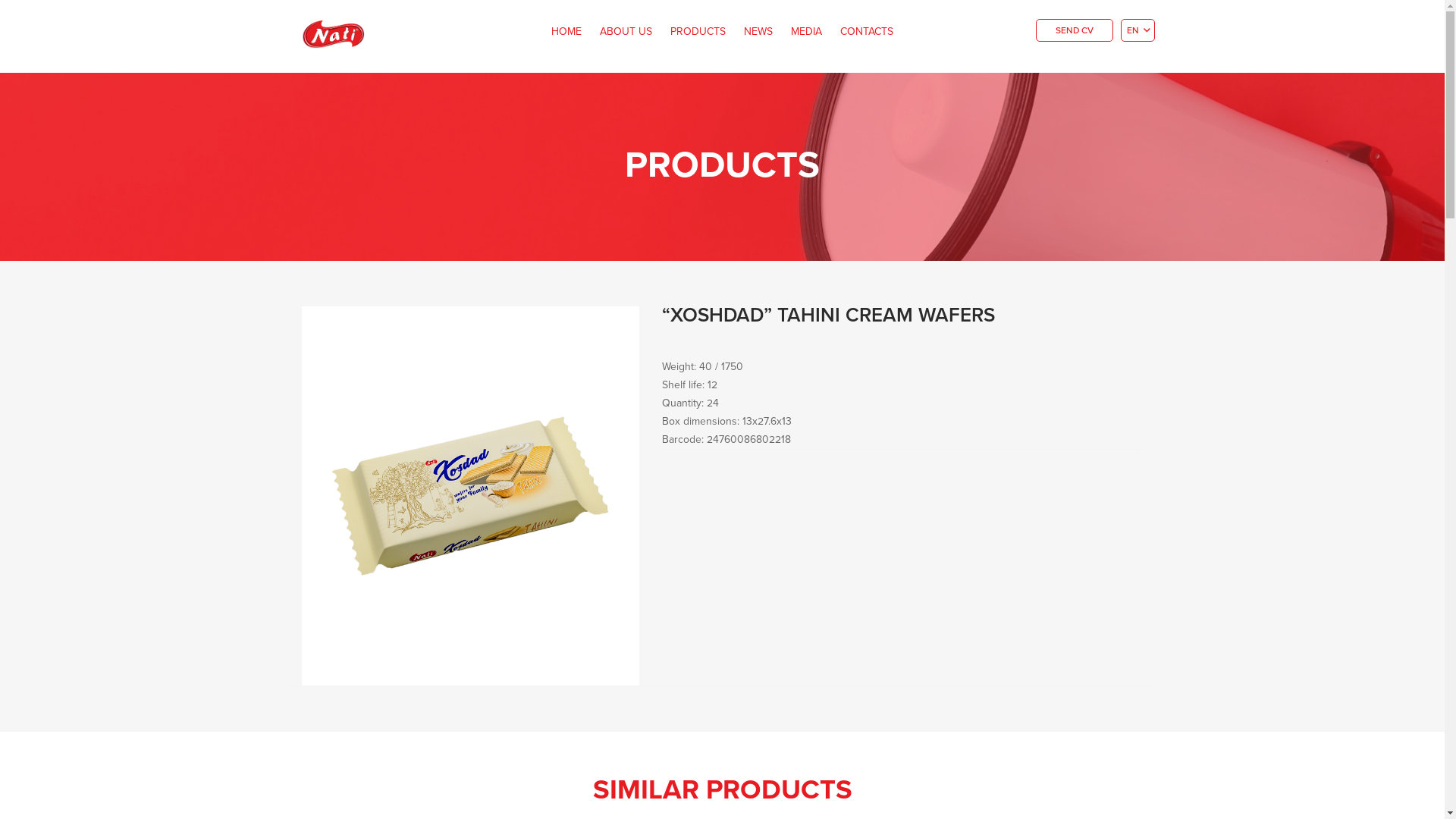 Image resolution: width=1456 pixels, height=819 pixels. What do you see at coordinates (1035, 30) in the screenshot?
I see `'SEND CV'` at bounding box center [1035, 30].